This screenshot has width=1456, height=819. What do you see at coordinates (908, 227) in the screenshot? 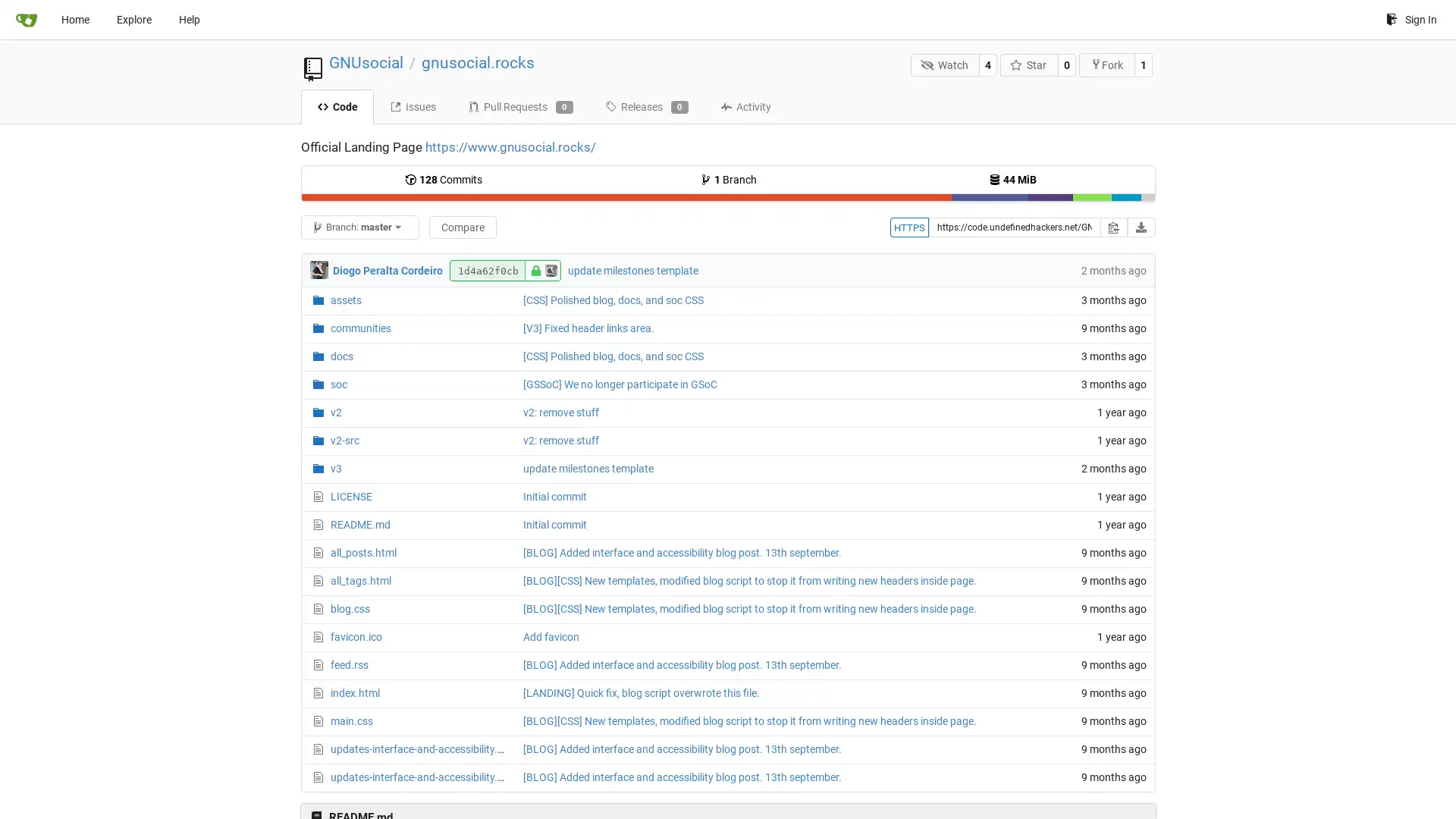
I see `HTTPS` at bounding box center [908, 227].